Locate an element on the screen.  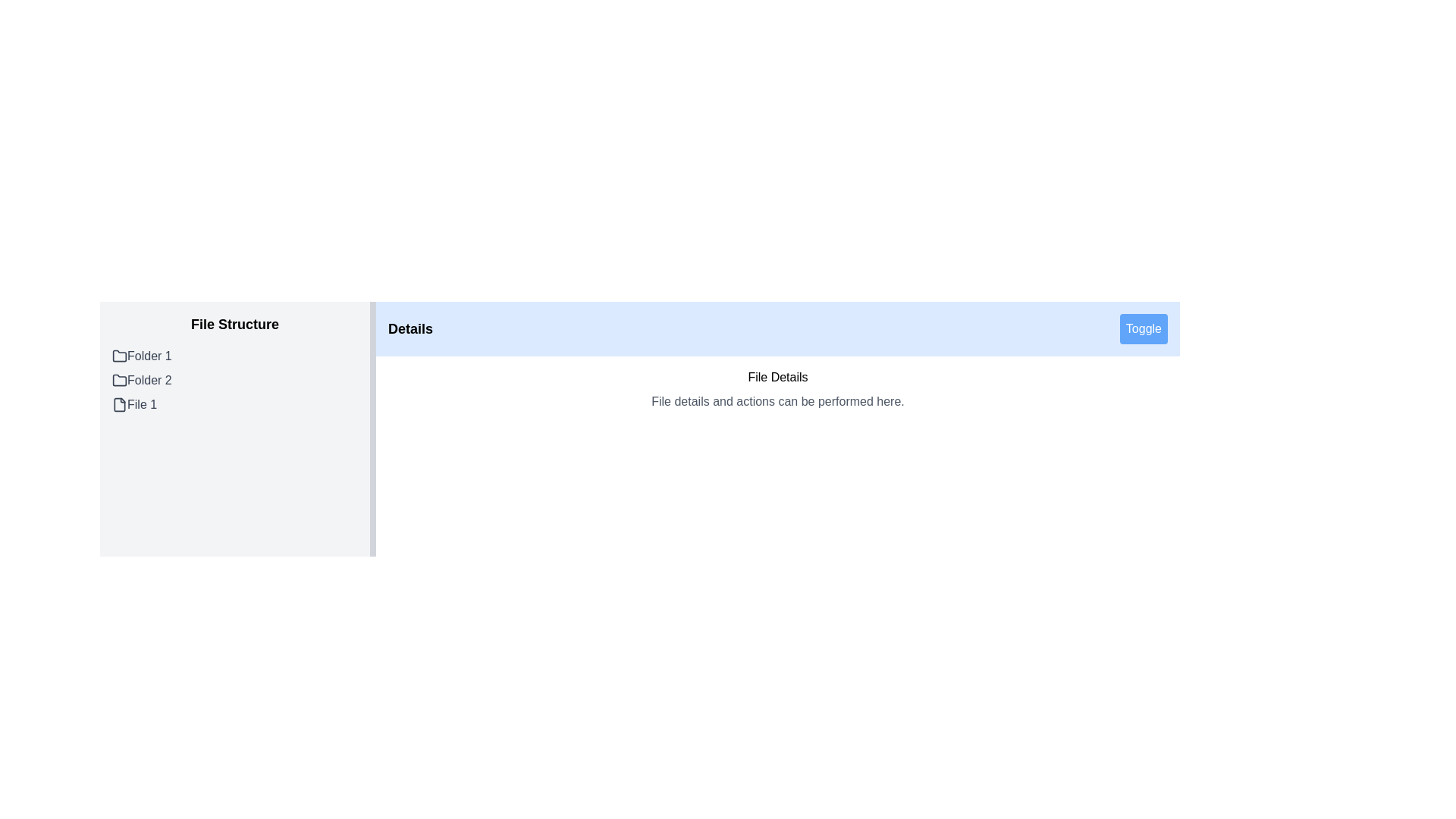
the folder item labeled 'Folder 2' in the file structure is located at coordinates (234, 379).